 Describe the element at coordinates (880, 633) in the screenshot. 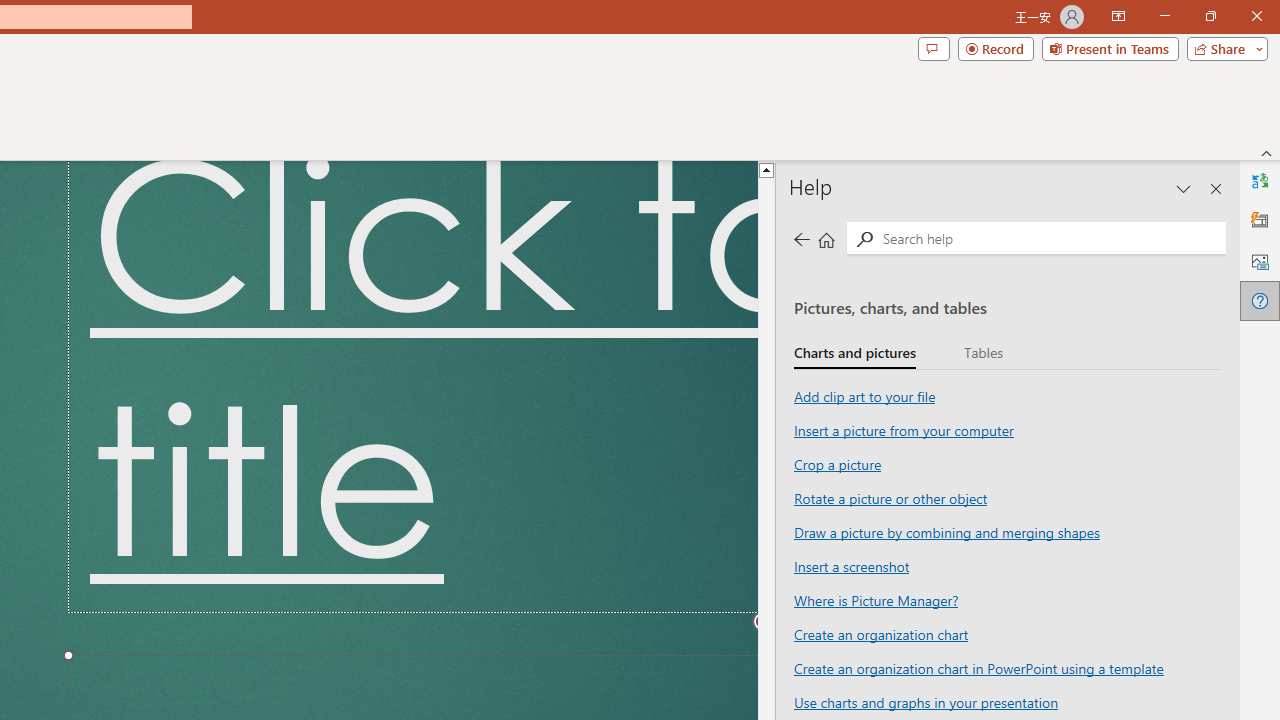

I see `'Create an organization chart'` at that location.